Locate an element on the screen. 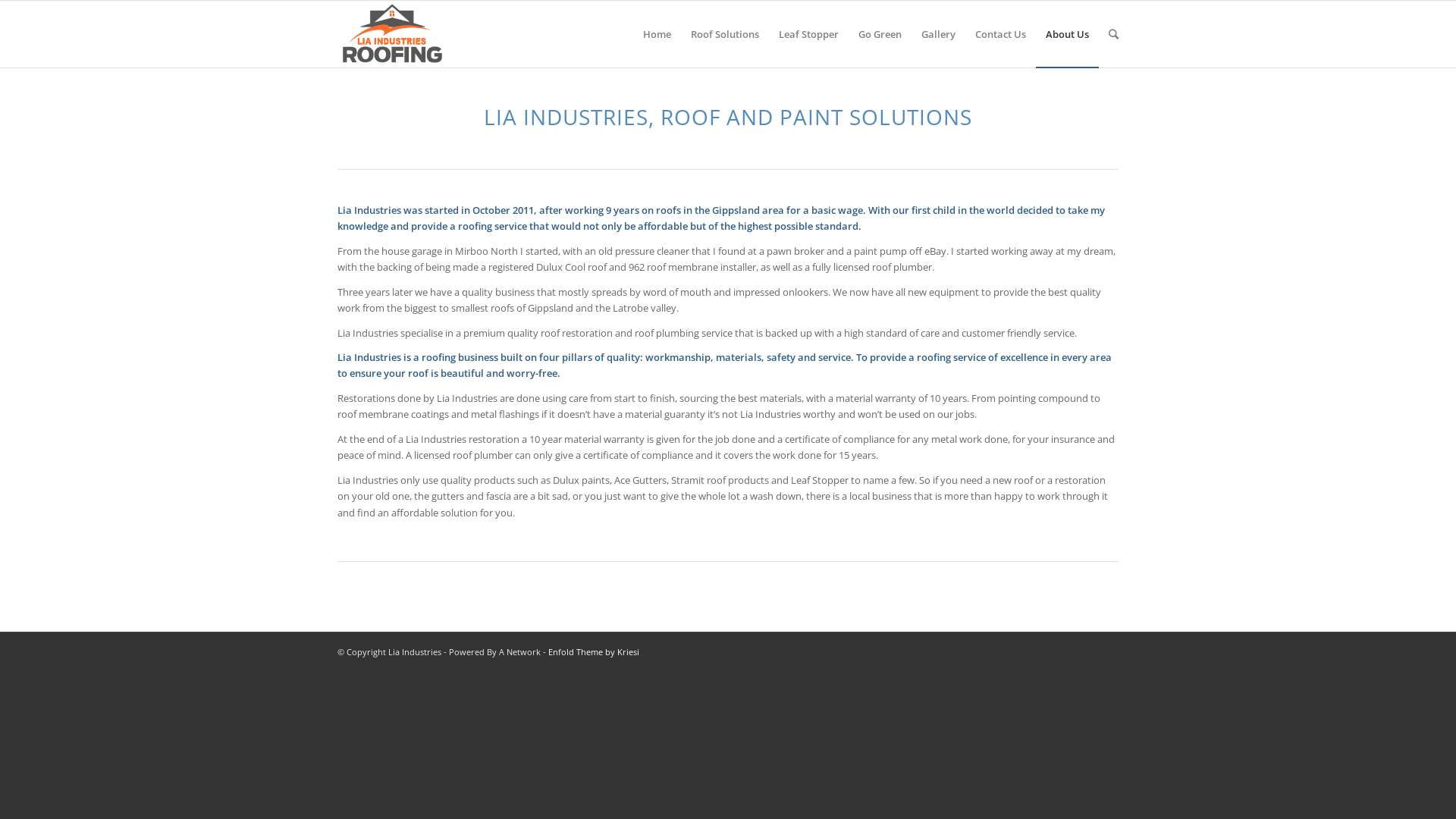 This screenshot has width=1456, height=819. 'About Us' is located at coordinates (1066, 34).